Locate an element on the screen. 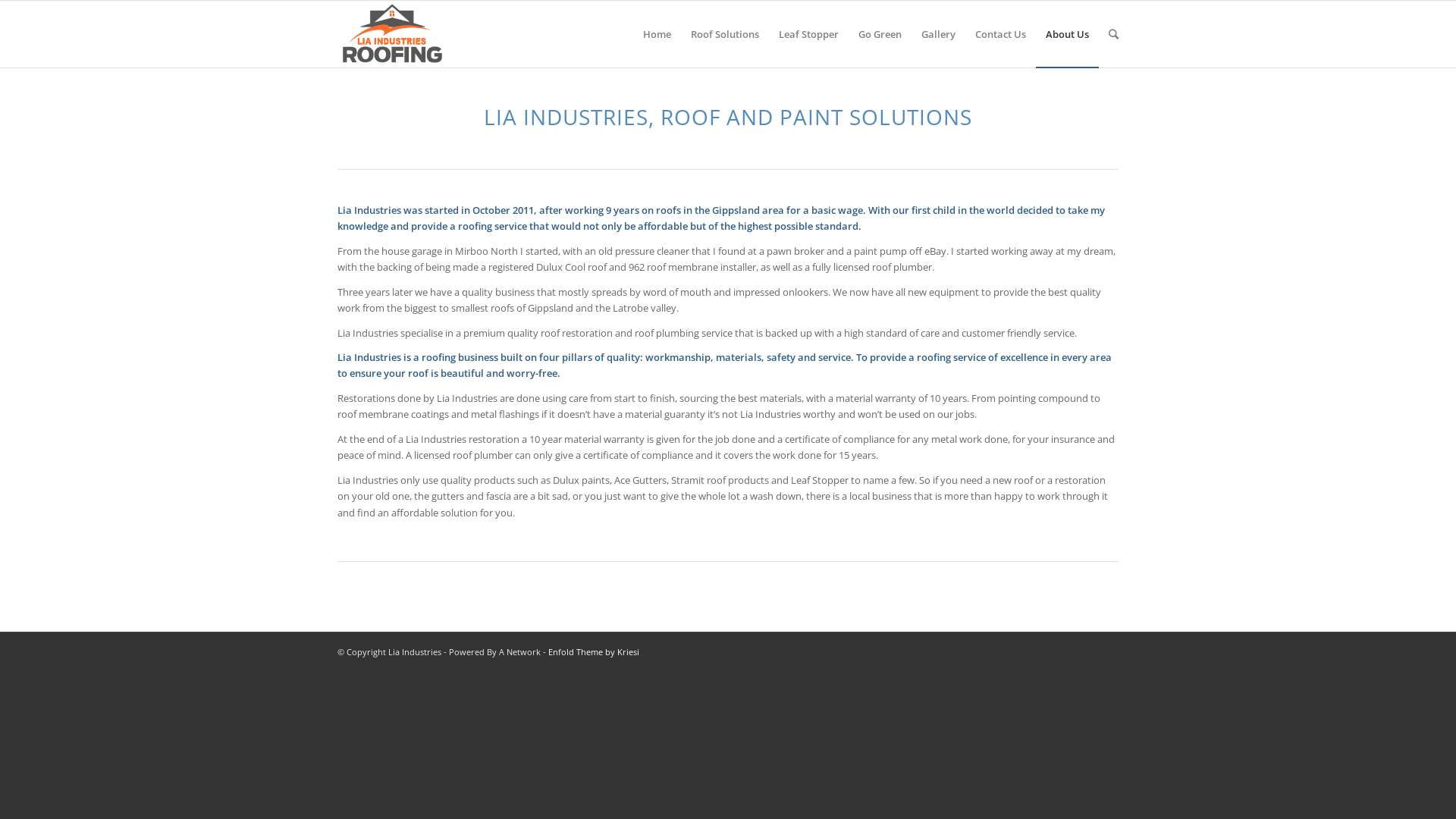 This screenshot has width=1456, height=819. 'About Us' is located at coordinates (1066, 34).